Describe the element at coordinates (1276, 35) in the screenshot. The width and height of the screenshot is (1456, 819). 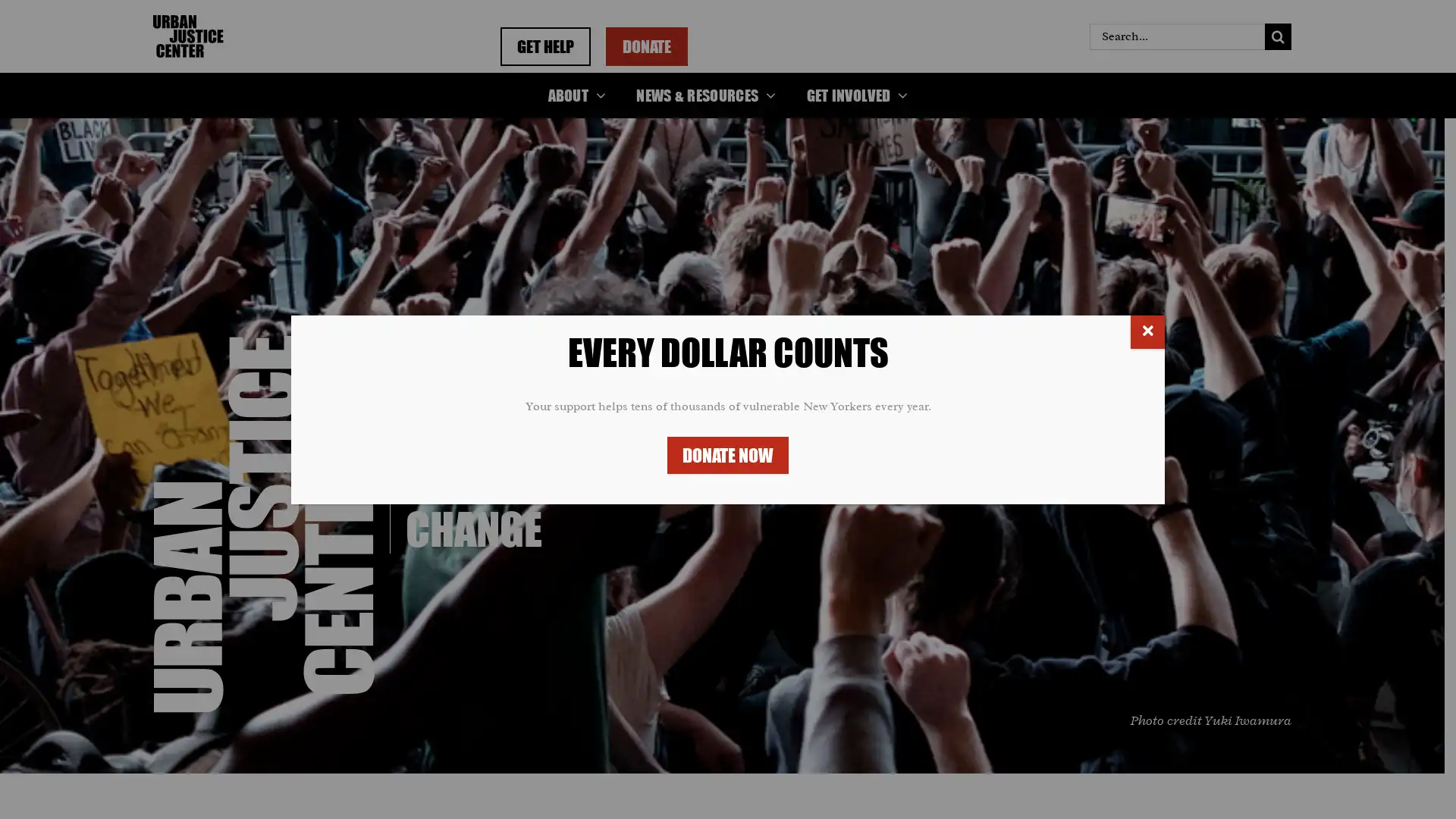
I see `Search` at that location.